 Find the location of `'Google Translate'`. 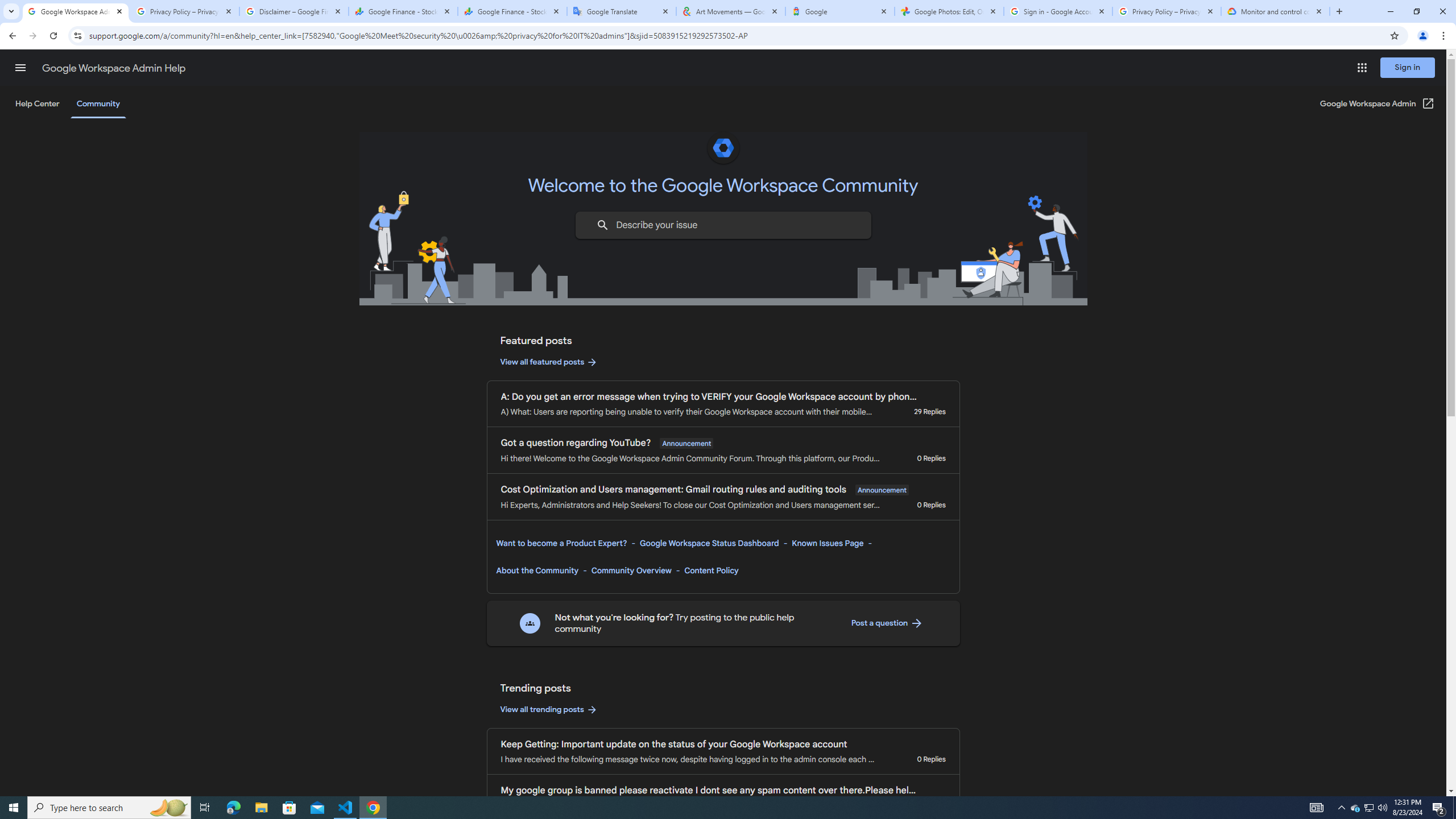

'Google Translate' is located at coordinates (621, 11).